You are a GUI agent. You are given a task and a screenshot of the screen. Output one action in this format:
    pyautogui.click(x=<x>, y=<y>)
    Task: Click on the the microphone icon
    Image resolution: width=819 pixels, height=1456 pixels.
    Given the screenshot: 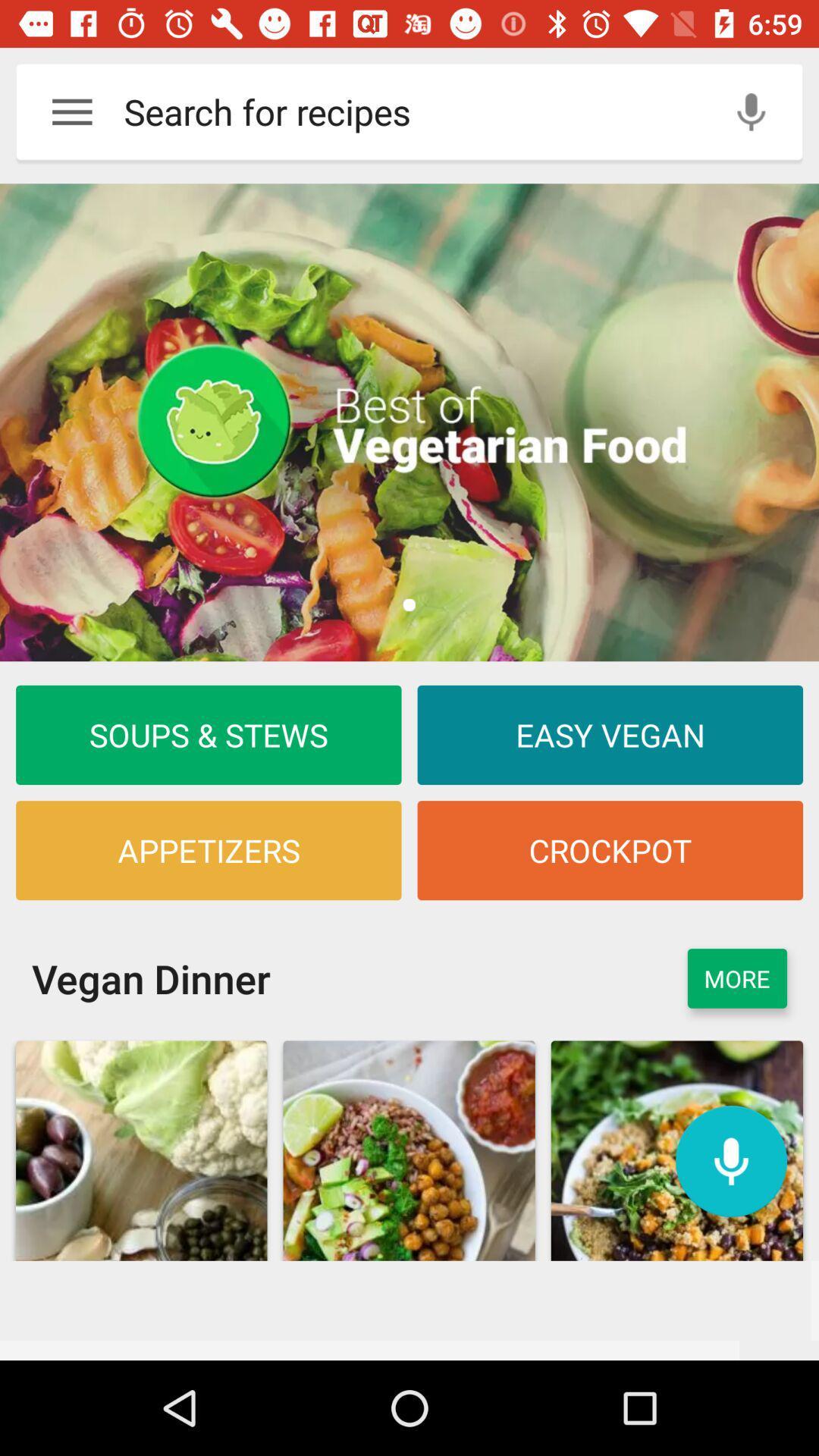 What is the action you would take?
    pyautogui.click(x=751, y=111)
    